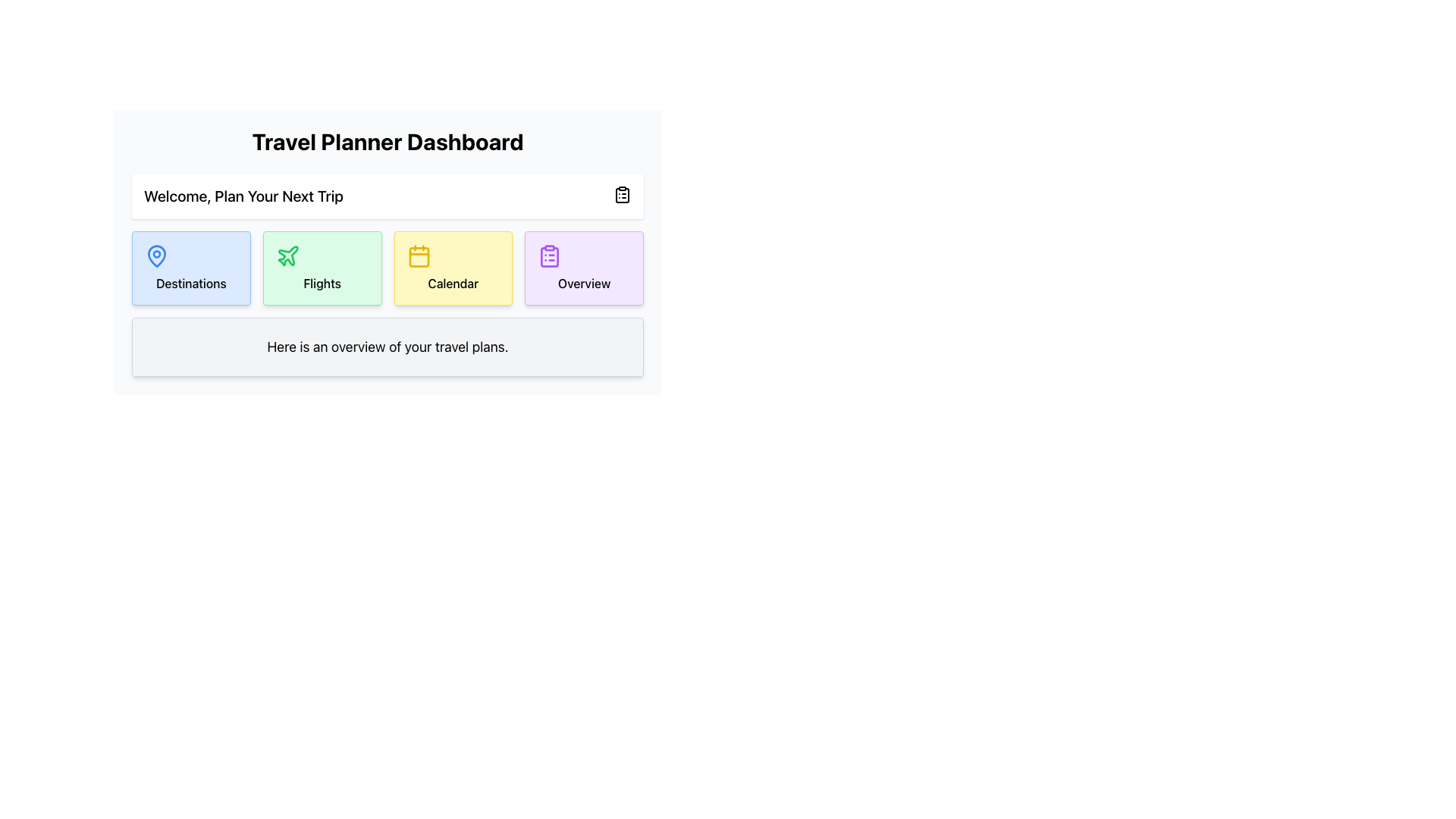 This screenshot has width=1456, height=819. Describe the element at coordinates (583, 284) in the screenshot. I see `the 'Overview' text label` at that location.